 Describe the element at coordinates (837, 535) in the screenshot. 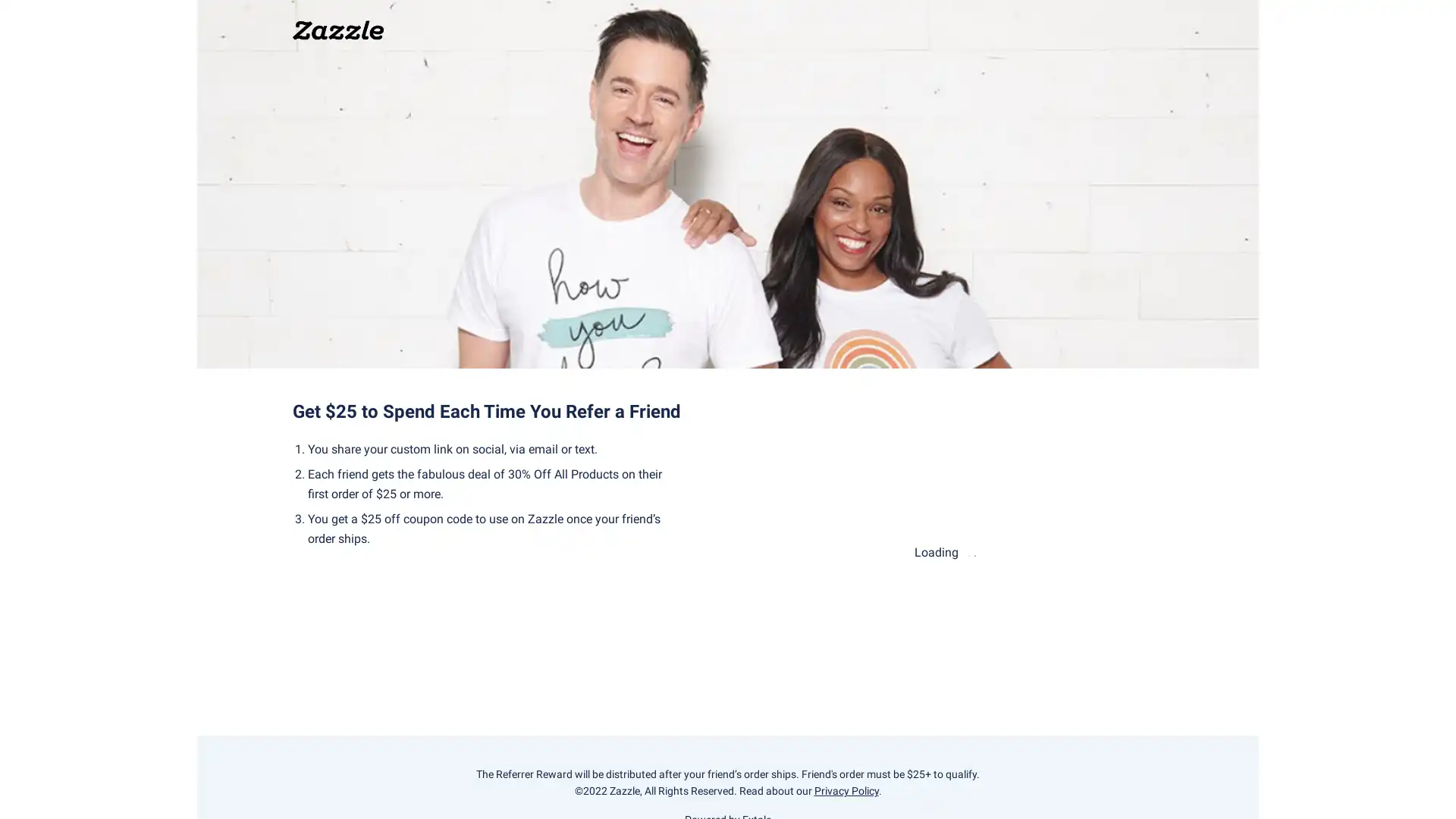

I see `email` at that location.